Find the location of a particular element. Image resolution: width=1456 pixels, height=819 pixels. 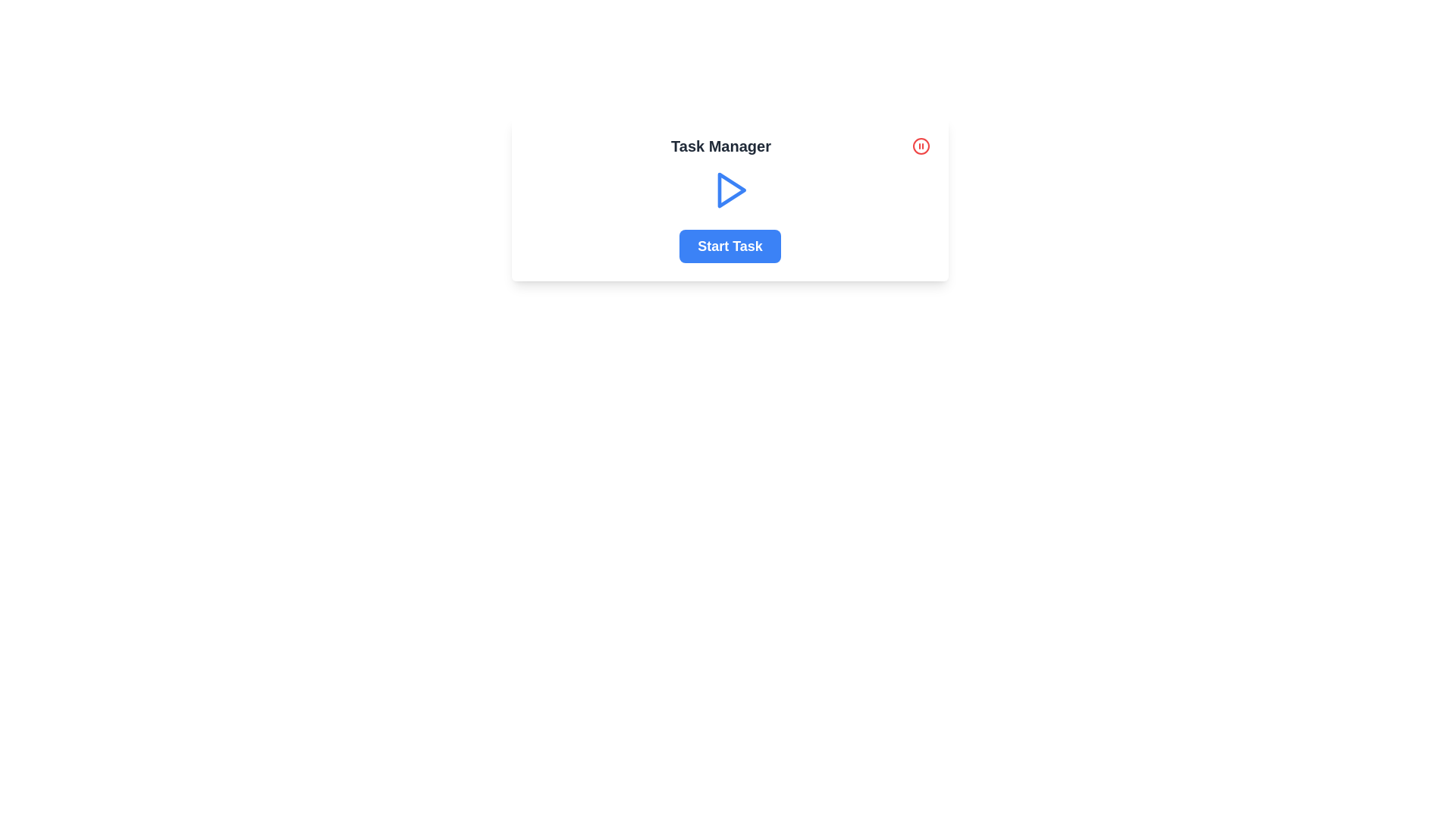

the 'play' icon located under the 'Task Manager' title and above the 'Start Task' button is located at coordinates (732, 189).